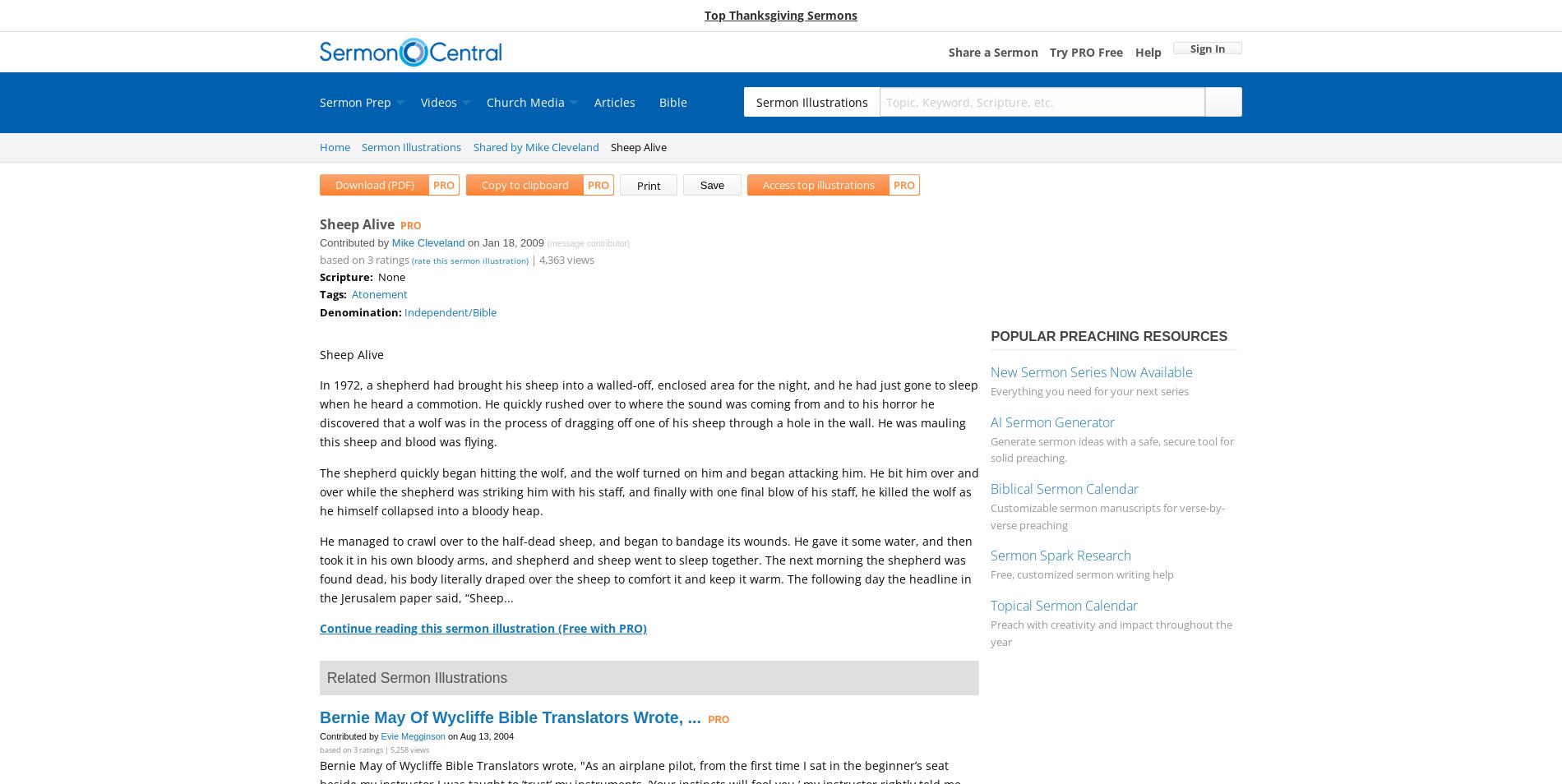 The image size is (1562, 784). I want to click on 'Atonement', so click(379, 293).